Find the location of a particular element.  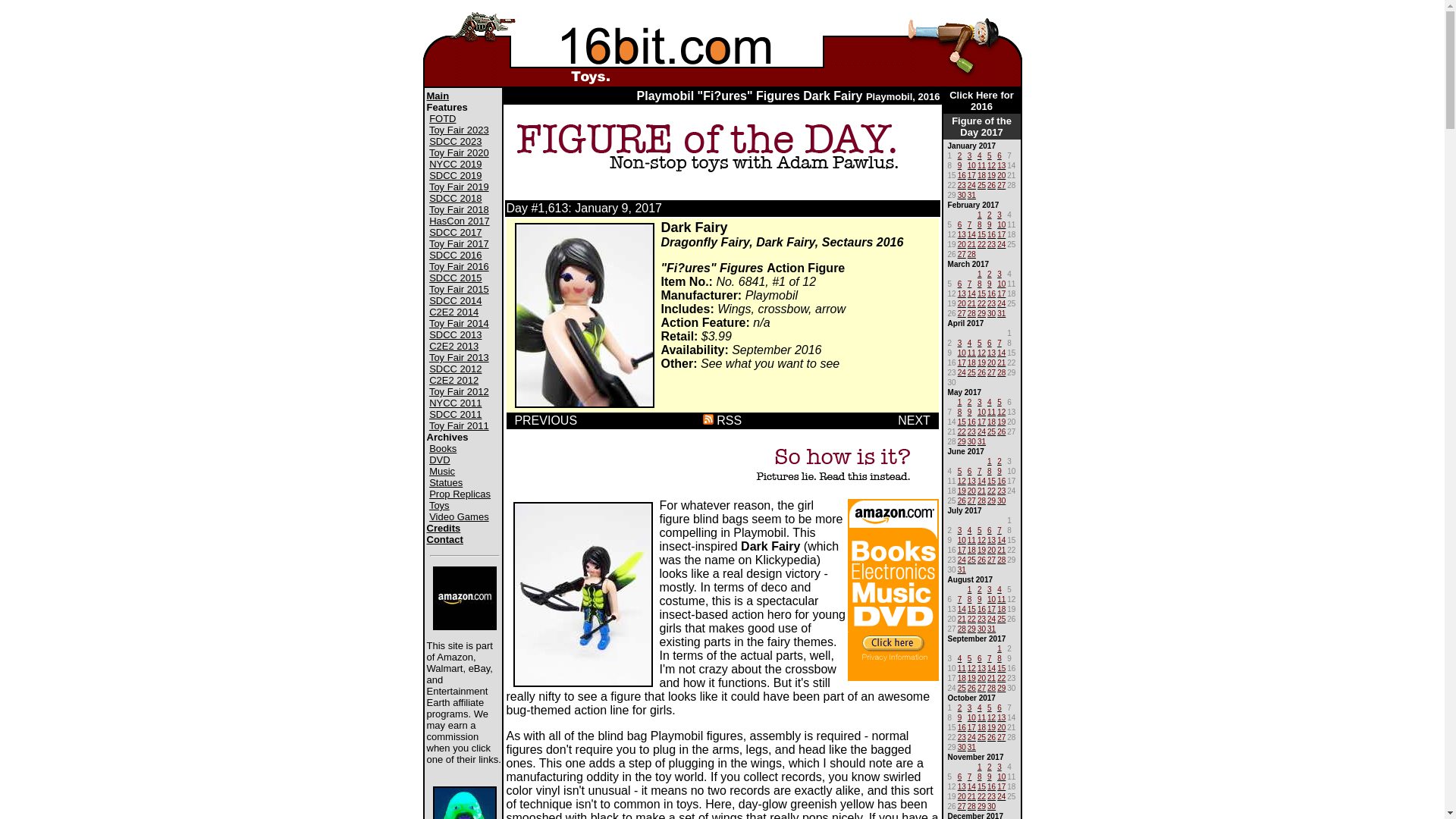

'28' is located at coordinates (1001, 371).